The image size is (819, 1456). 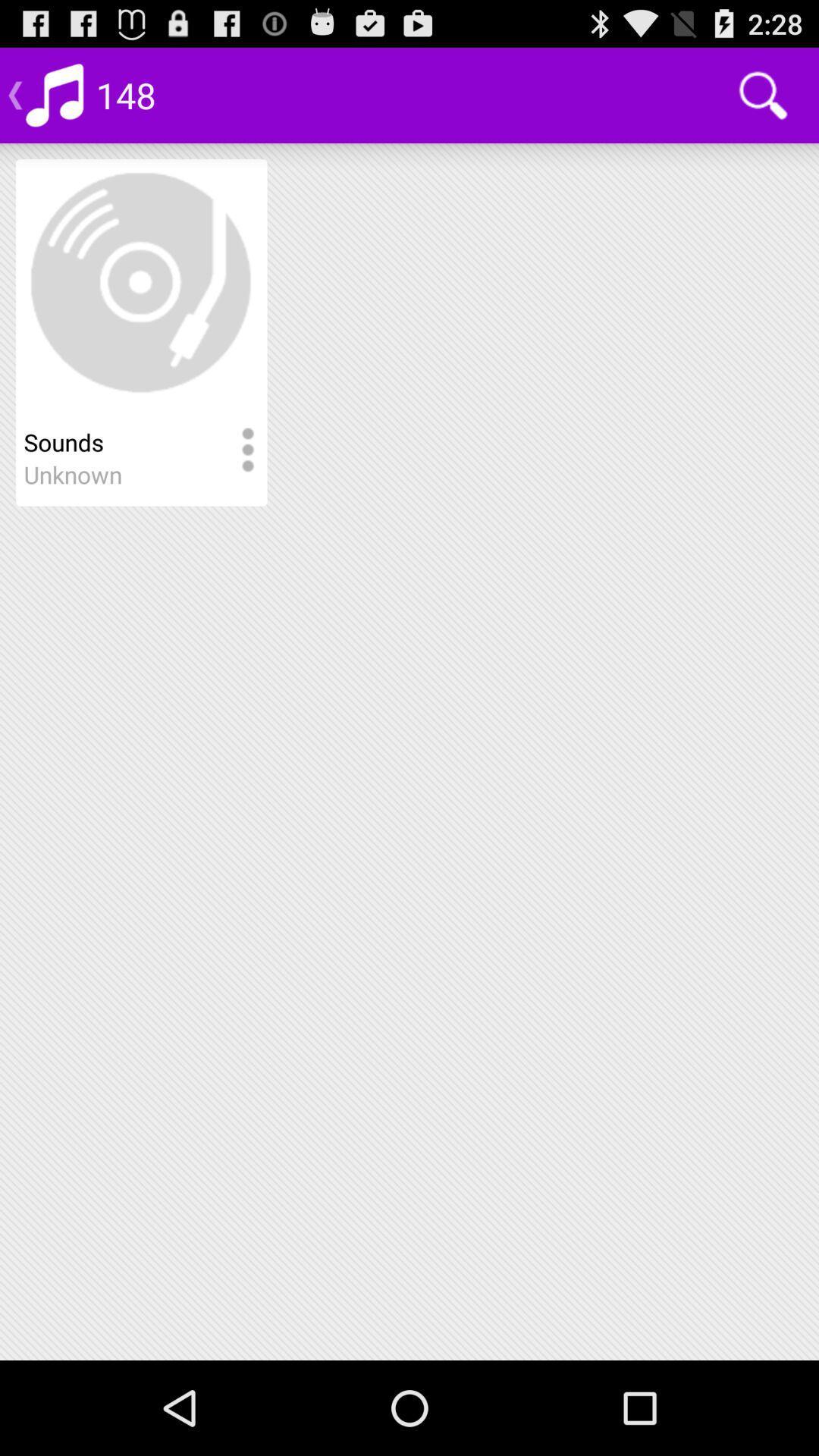 I want to click on app next to sounds, so click(x=246, y=450).